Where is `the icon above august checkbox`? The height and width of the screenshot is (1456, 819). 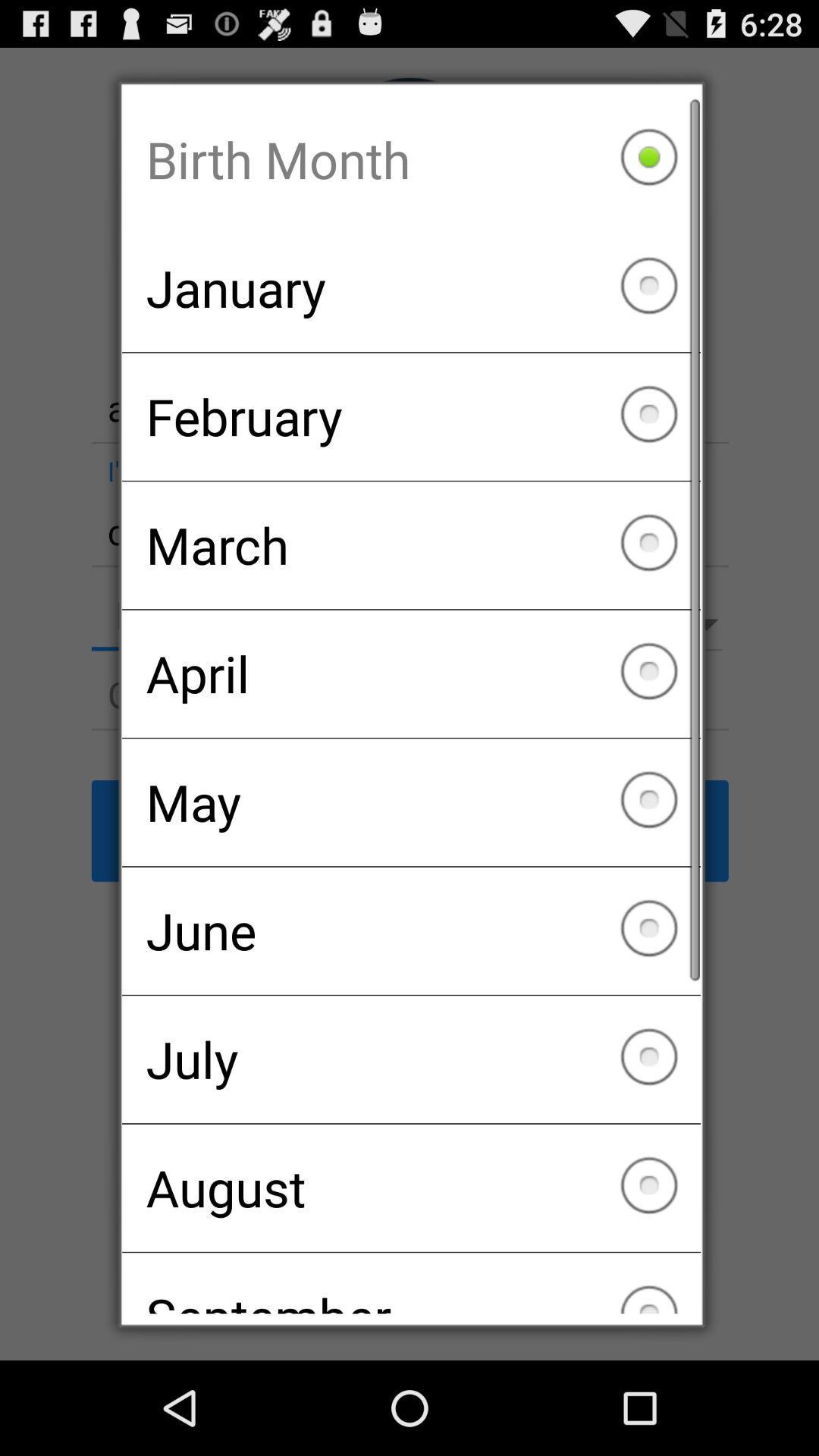 the icon above august checkbox is located at coordinates (411, 1059).